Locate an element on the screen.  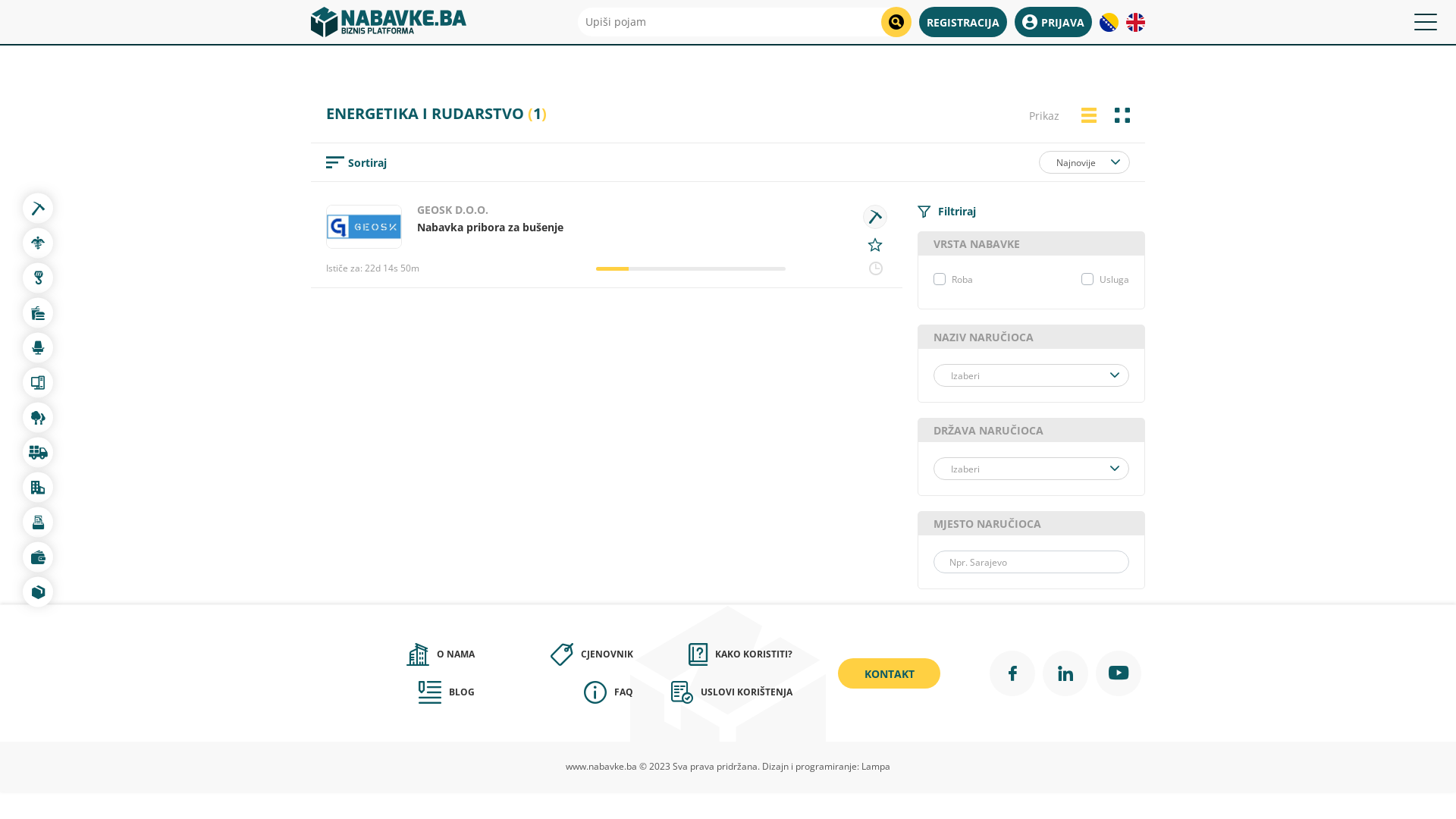
'PRIJAVA' is located at coordinates (1052, 22).